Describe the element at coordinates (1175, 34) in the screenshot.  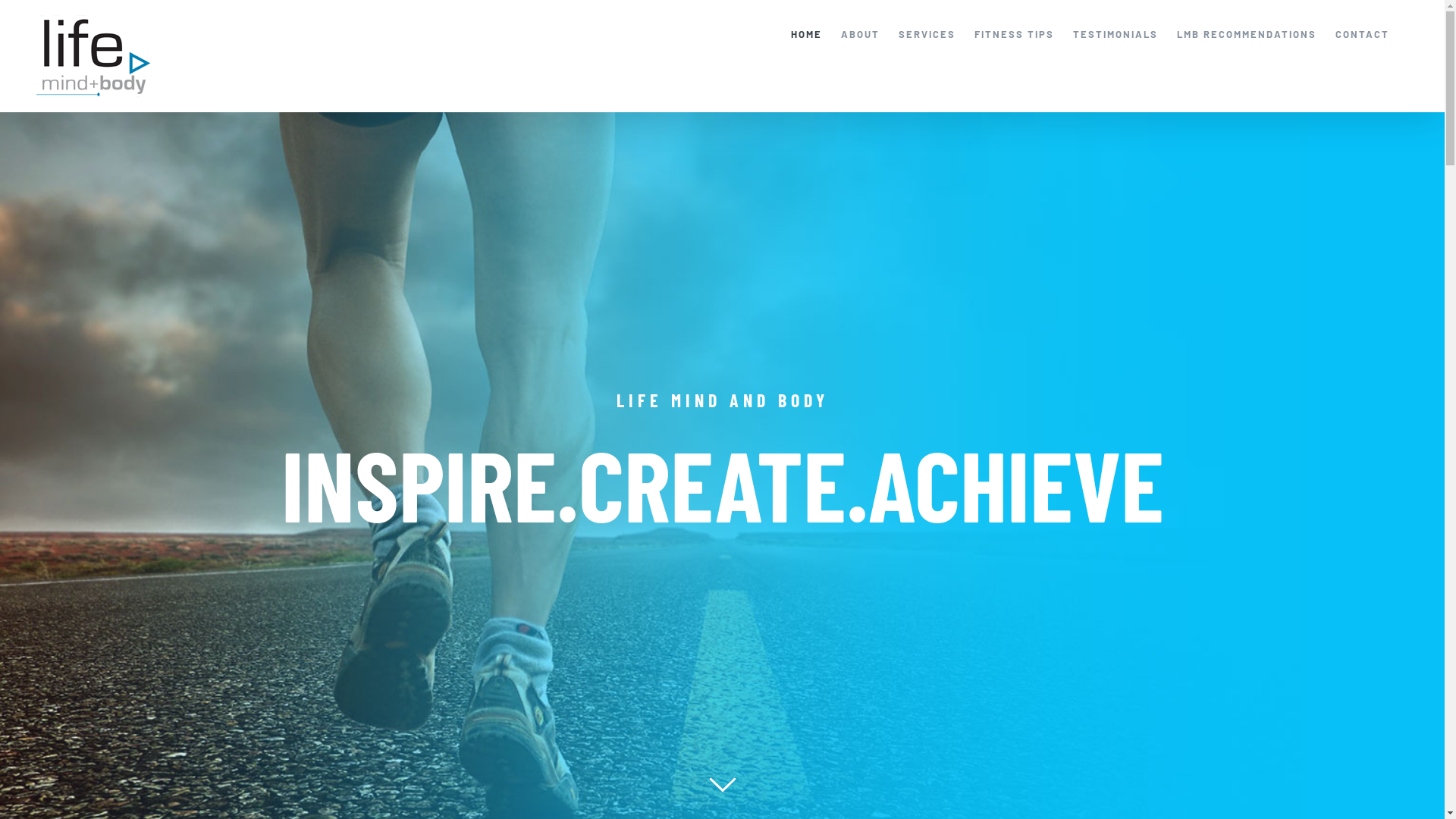
I see `'LMB RECOMMENDATIONS'` at that location.